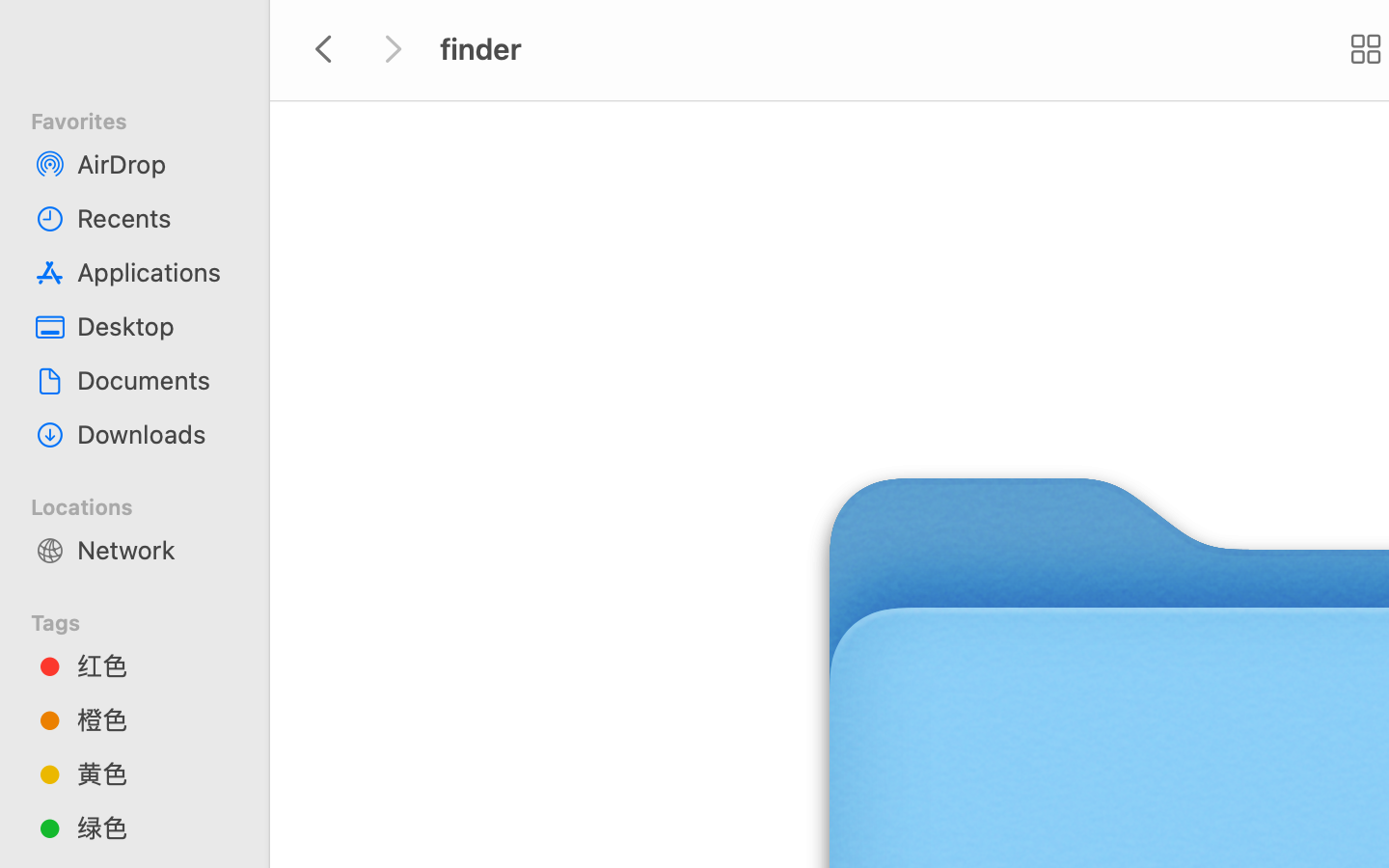 This screenshot has width=1389, height=868. What do you see at coordinates (153, 217) in the screenshot?
I see `'Recents'` at bounding box center [153, 217].